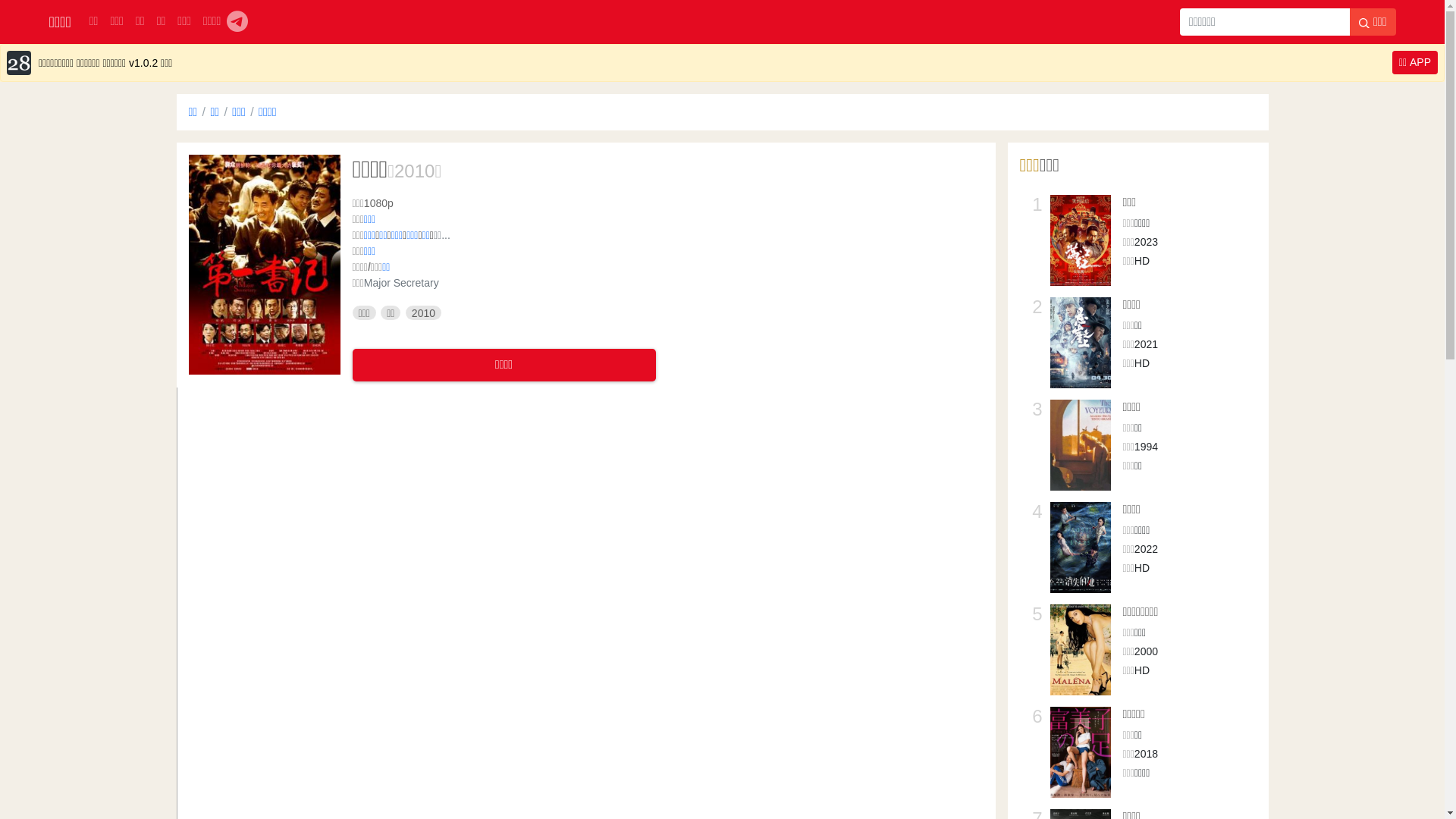 The width and height of the screenshot is (1456, 819). I want to click on '2010', so click(414, 171).